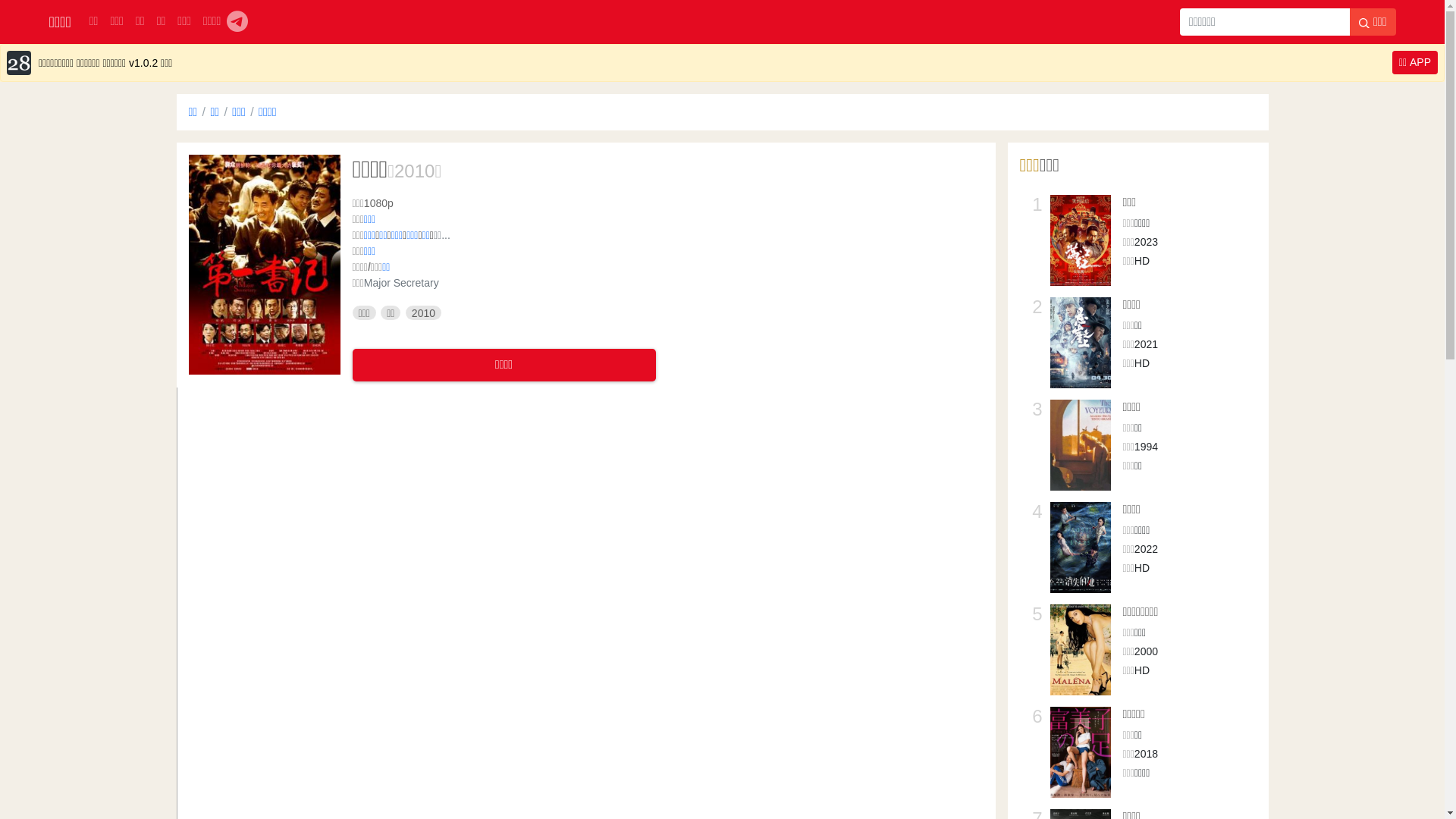 The width and height of the screenshot is (1456, 819). I want to click on '2010', so click(414, 171).